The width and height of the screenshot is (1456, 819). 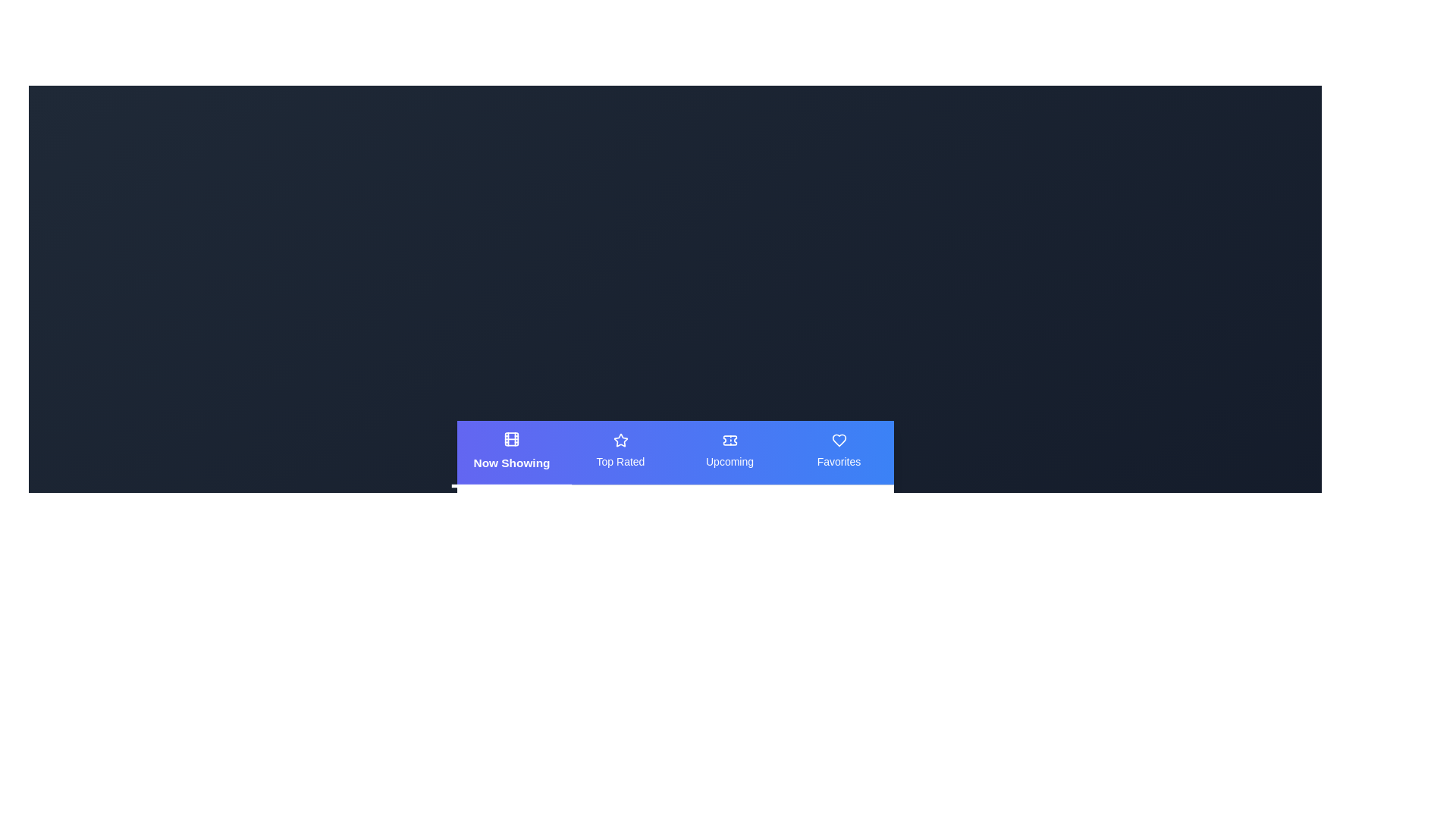 What do you see at coordinates (838, 460) in the screenshot?
I see `the 'Favorites' text label located in the rightmost section of the navigation bar, positioned below the heart icon` at bounding box center [838, 460].